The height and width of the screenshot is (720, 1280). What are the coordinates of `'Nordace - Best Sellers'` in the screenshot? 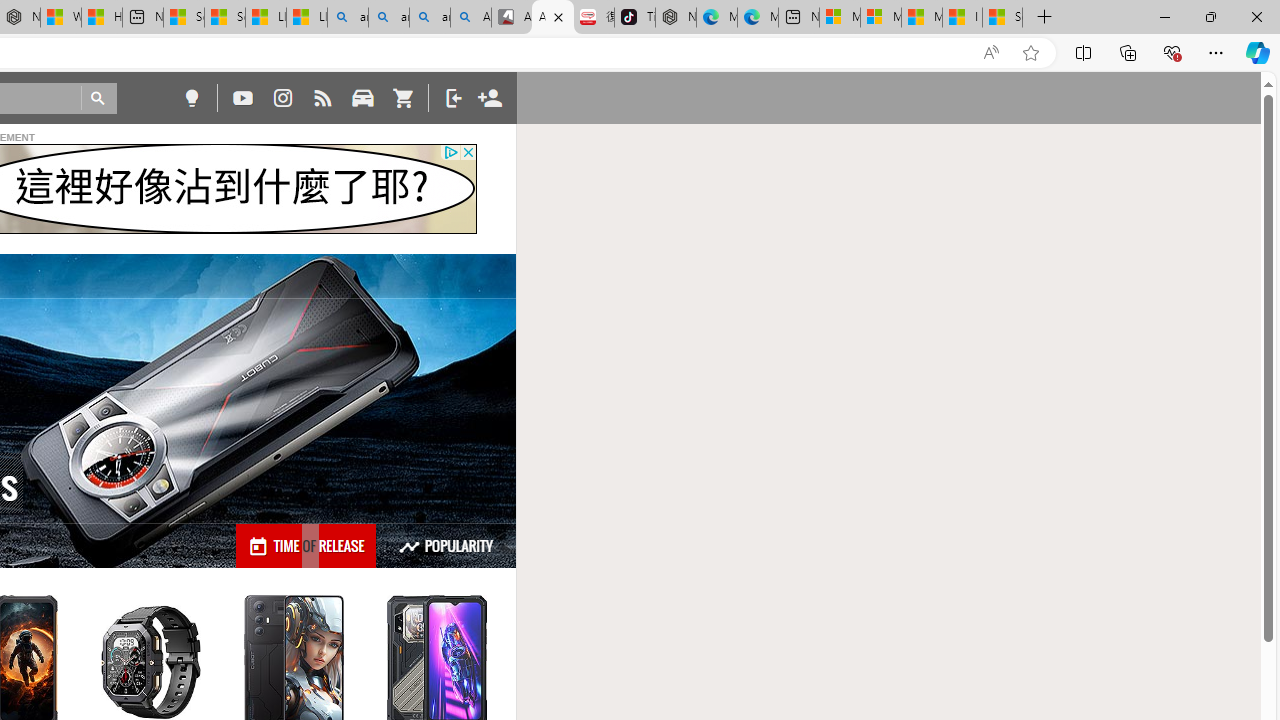 It's located at (675, 17).